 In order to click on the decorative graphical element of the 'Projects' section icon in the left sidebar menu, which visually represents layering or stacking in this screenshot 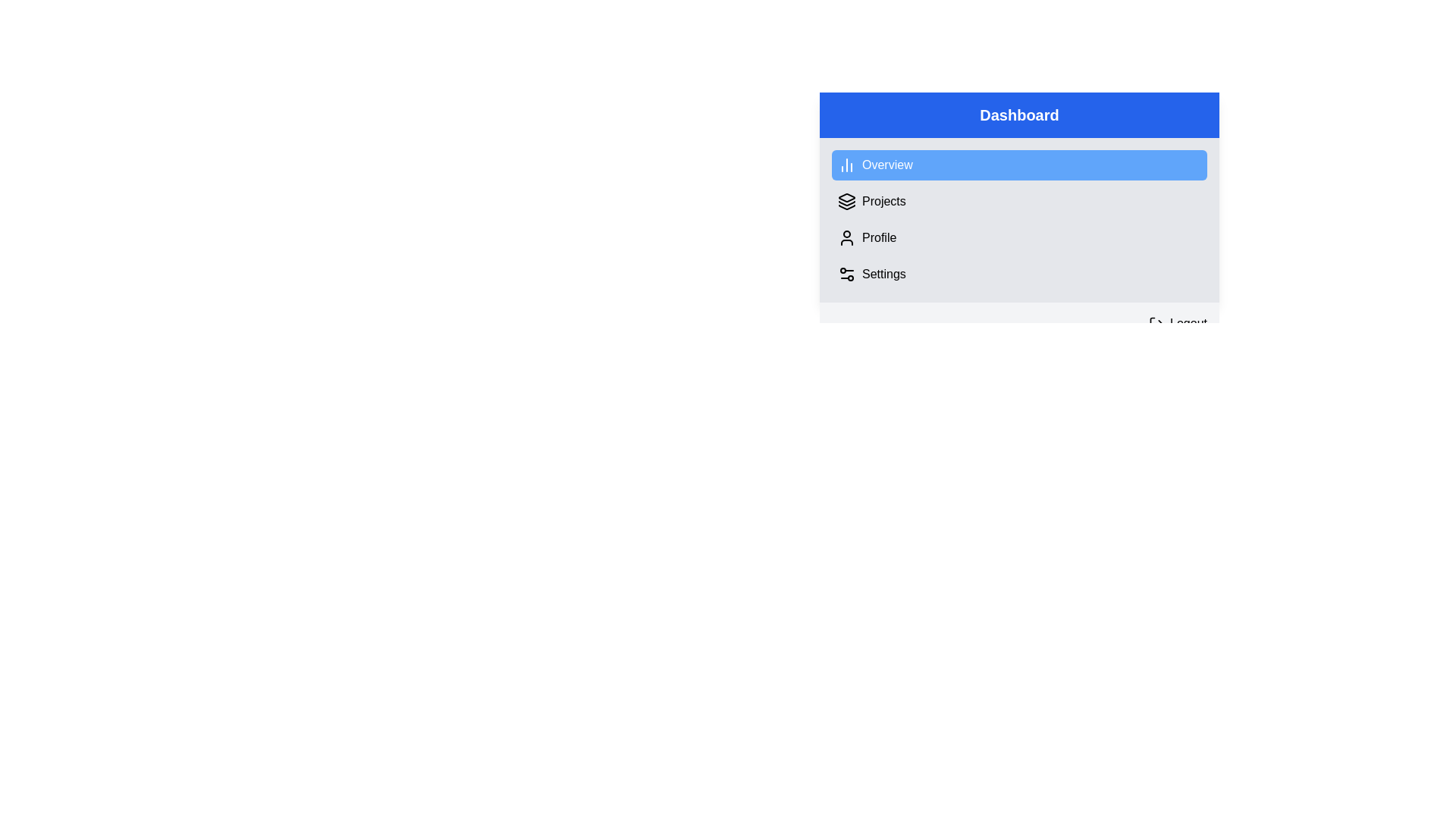, I will do `click(846, 202)`.